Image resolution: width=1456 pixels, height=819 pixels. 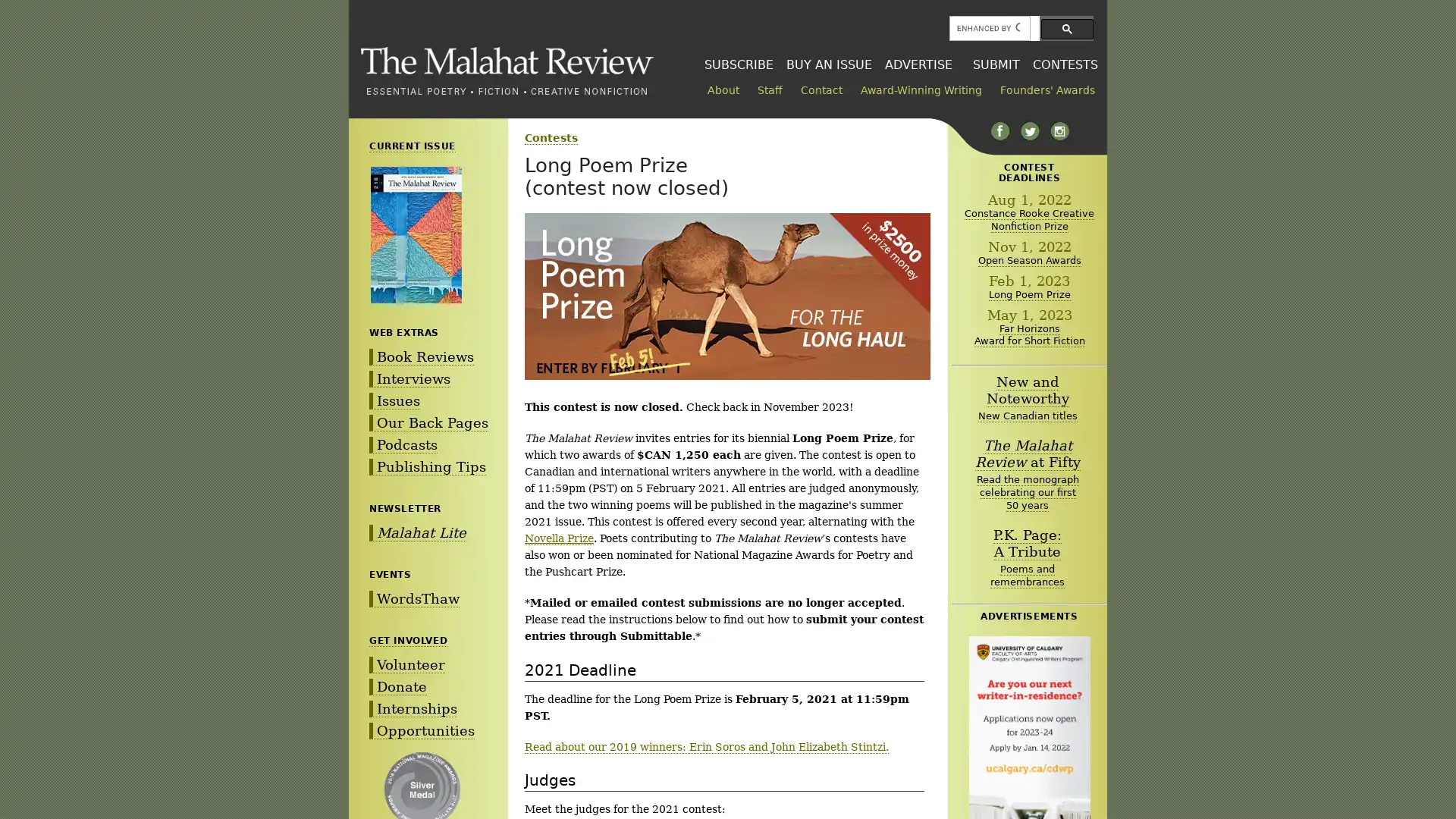 I want to click on search, so click(x=1066, y=28).